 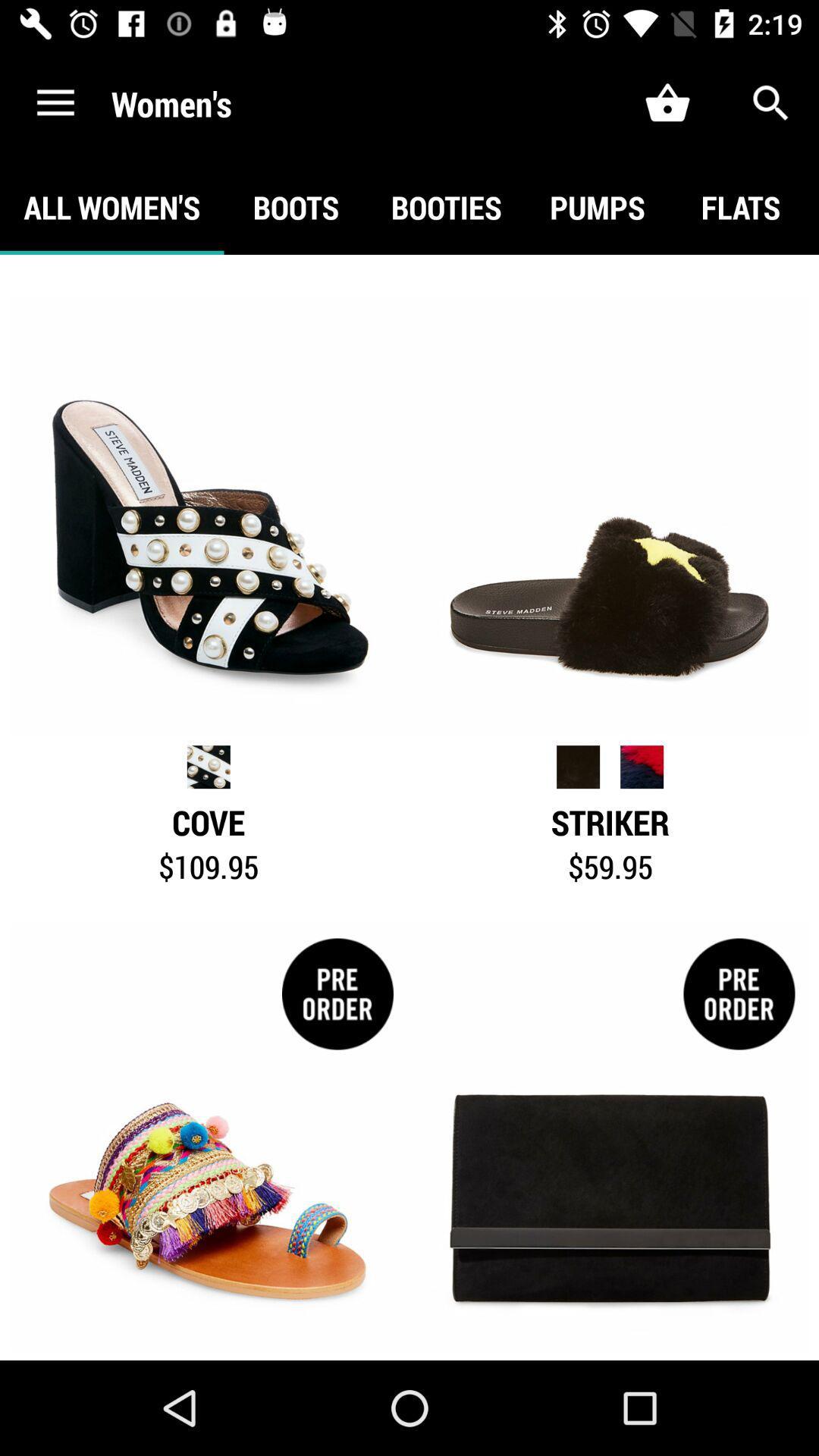 What do you see at coordinates (55, 102) in the screenshot?
I see `icon to the left of women's` at bounding box center [55, 102].